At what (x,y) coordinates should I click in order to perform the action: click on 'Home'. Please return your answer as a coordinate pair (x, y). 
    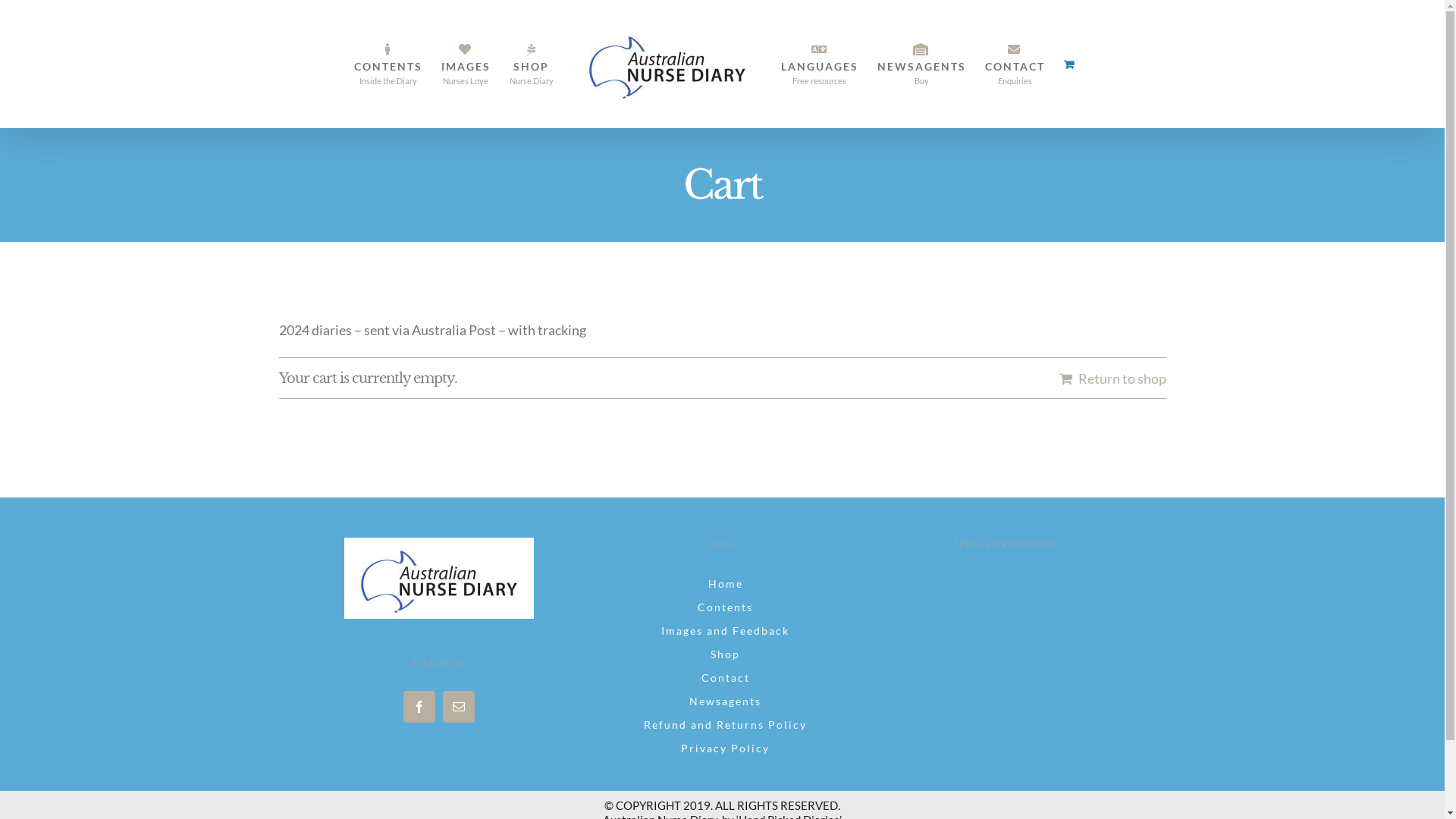
    Looking at the image, I should click on (720, 582).